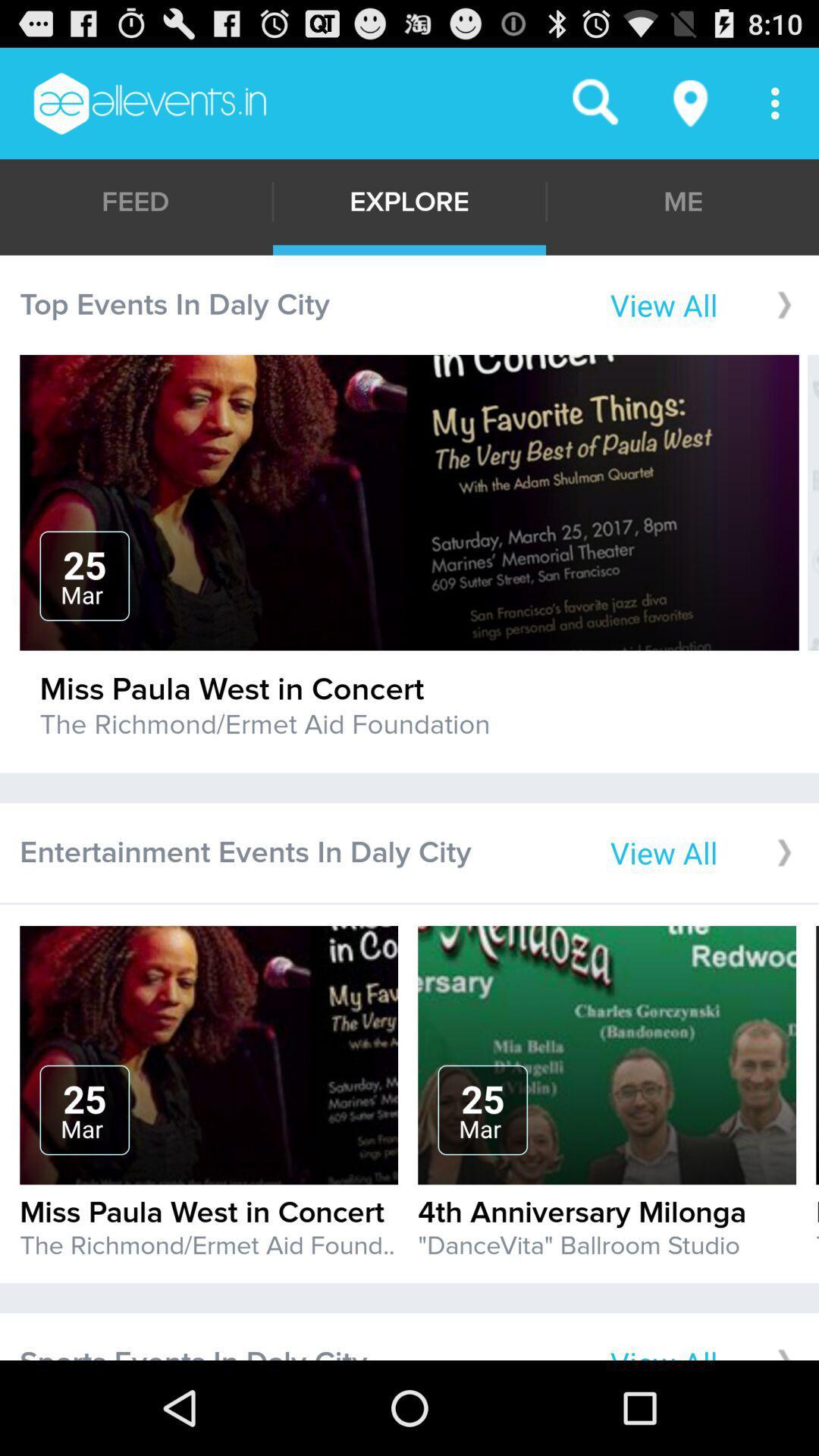  What do you see at coordinates (409, 201) in the screenshot?
I see `explore  left next to  me` at bounding box center [409, 201].